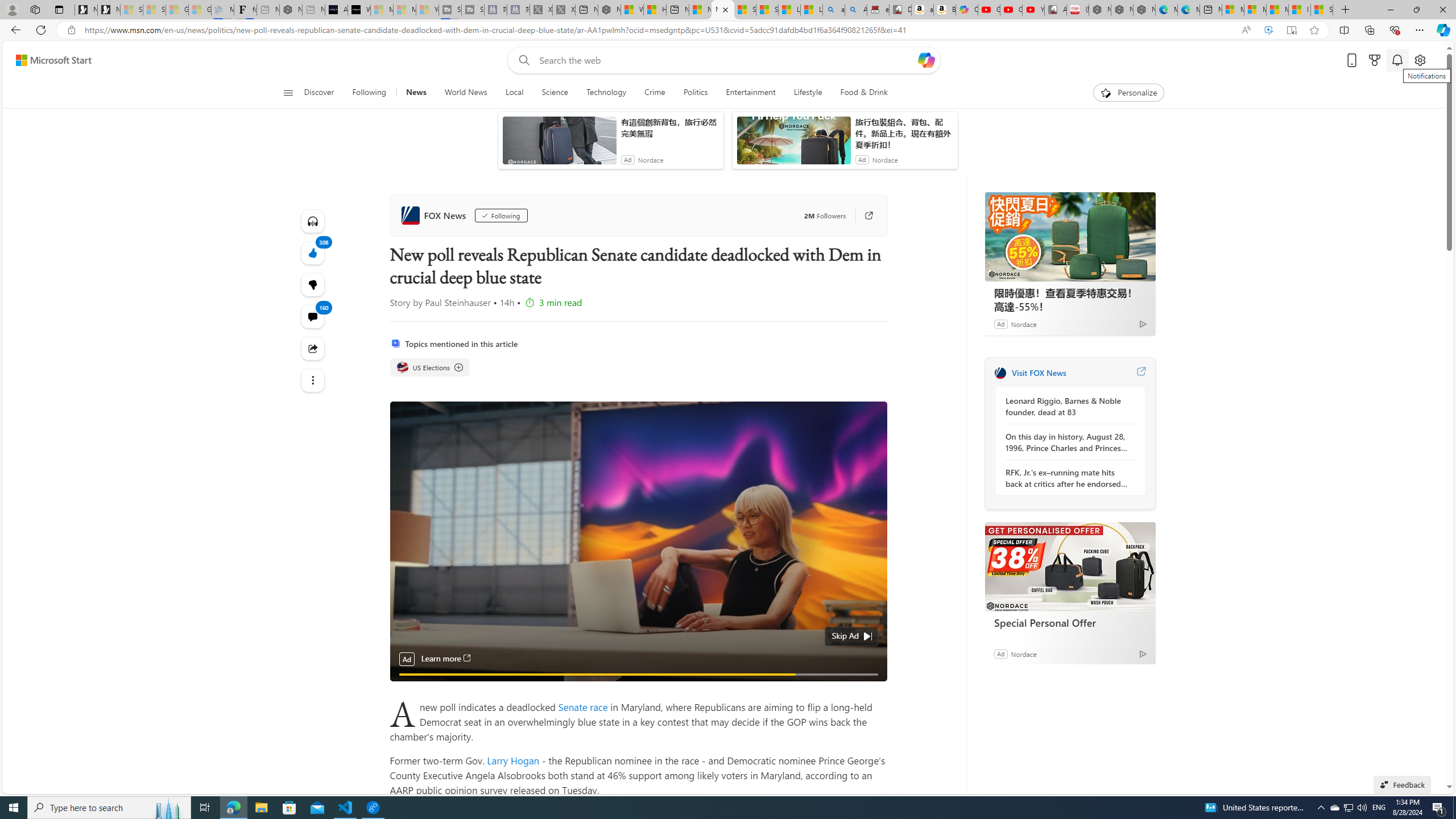 Image resolution: width=1456 pixels, height=819 pixels. Describe the element at coordinates (750, 92) in the screenshot. I see `'Entertainment'` at that location.